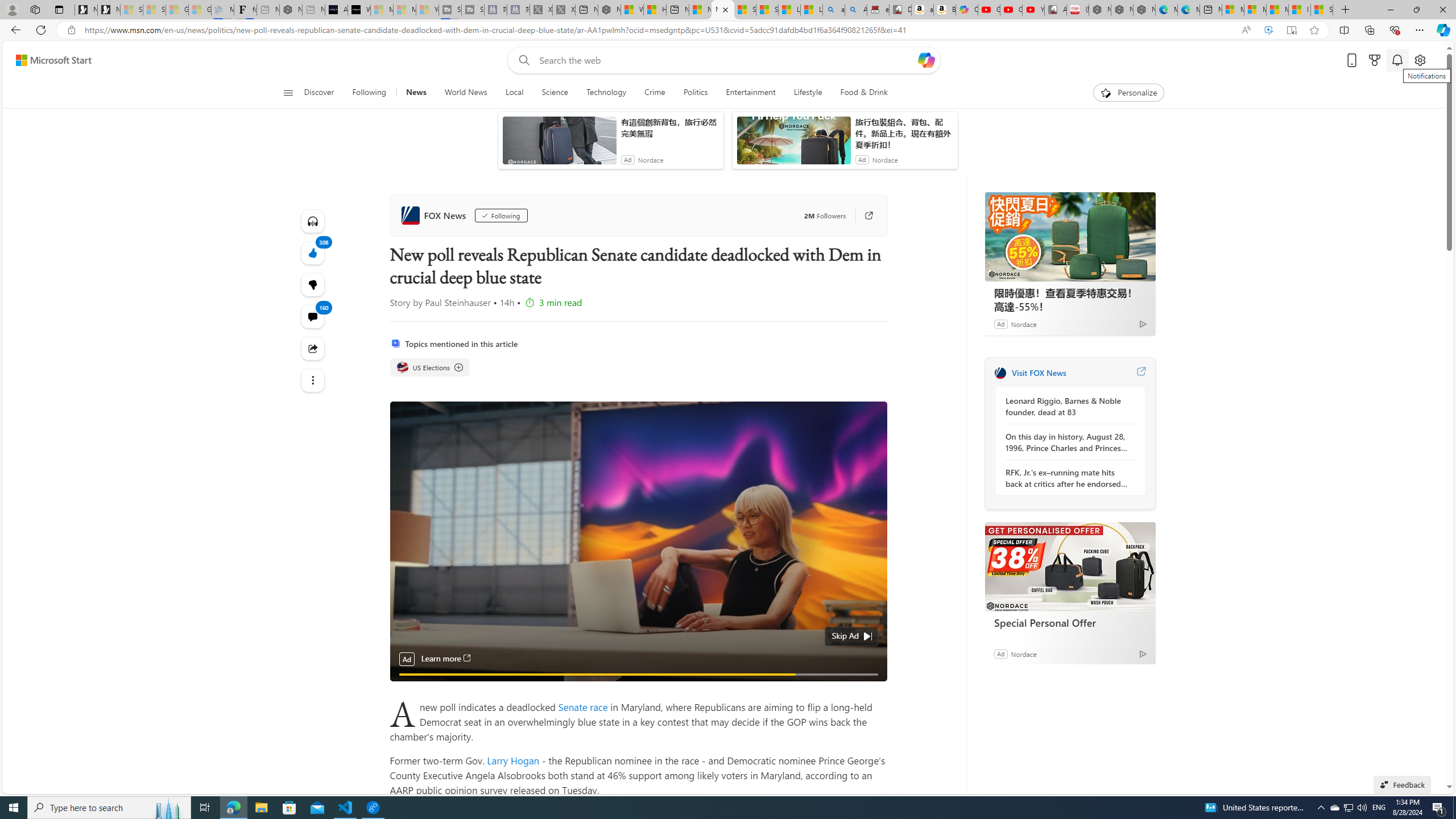 Image resolution: width=1456 pixels, height=819 pixels. Describe the element at coordinates (750, 92) in the screenshot. I see `'Entertainment'` at that location.